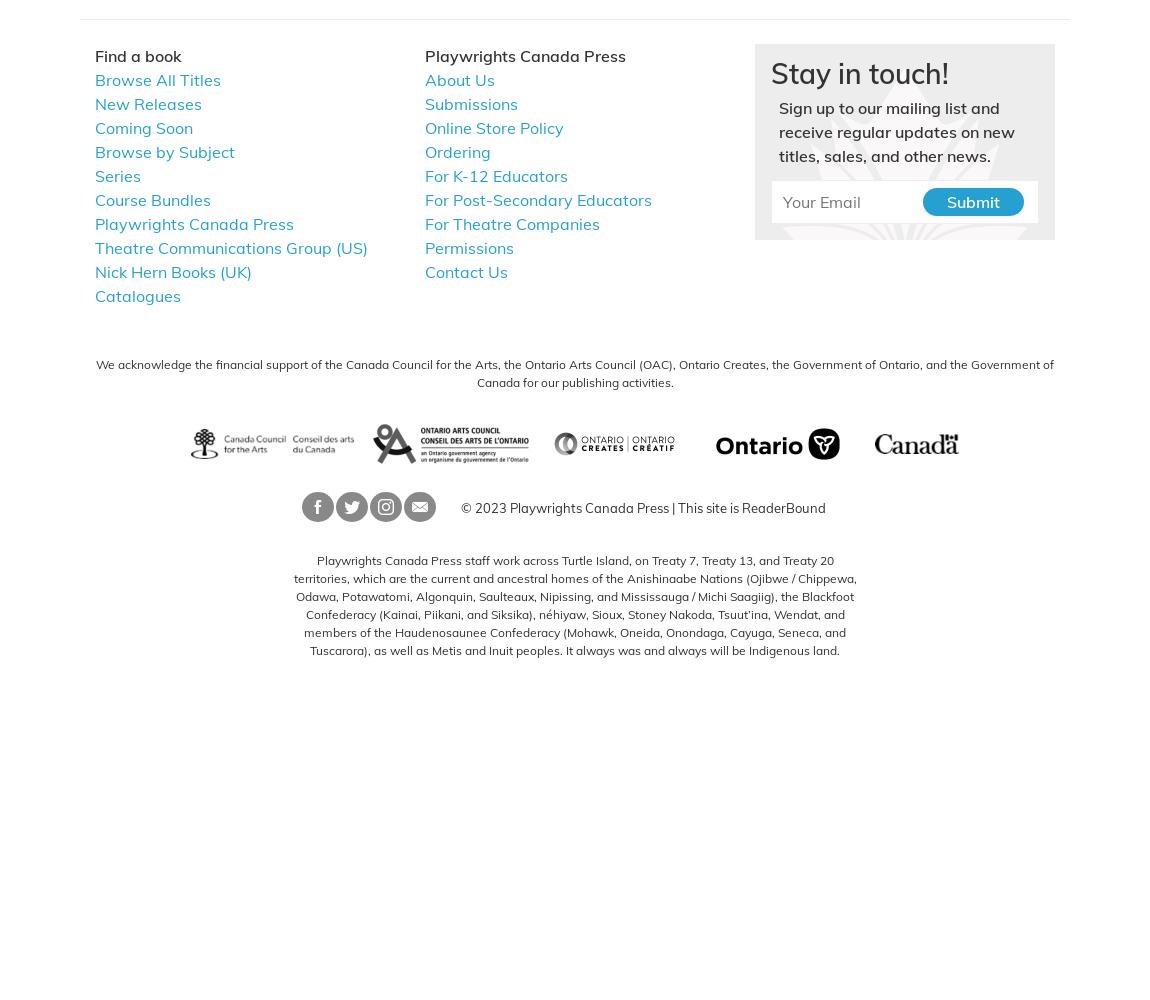 The image size is (1150, 1000). Describe the element at coordinates (425, 222) in the screenshot. I see `'For Theatre Companies'` at that location.